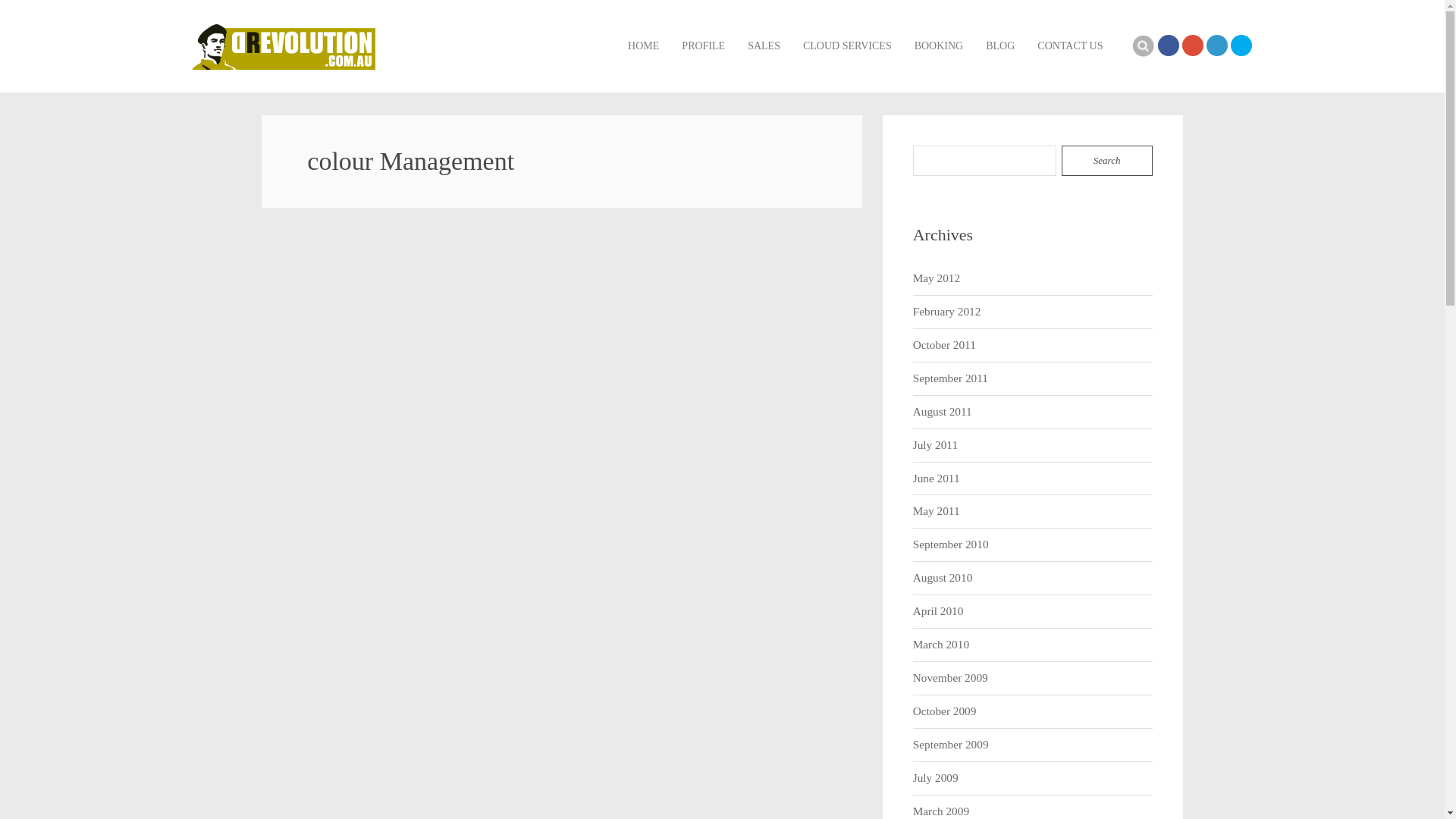  I want to click on 'September 2011', so click(912, 378).